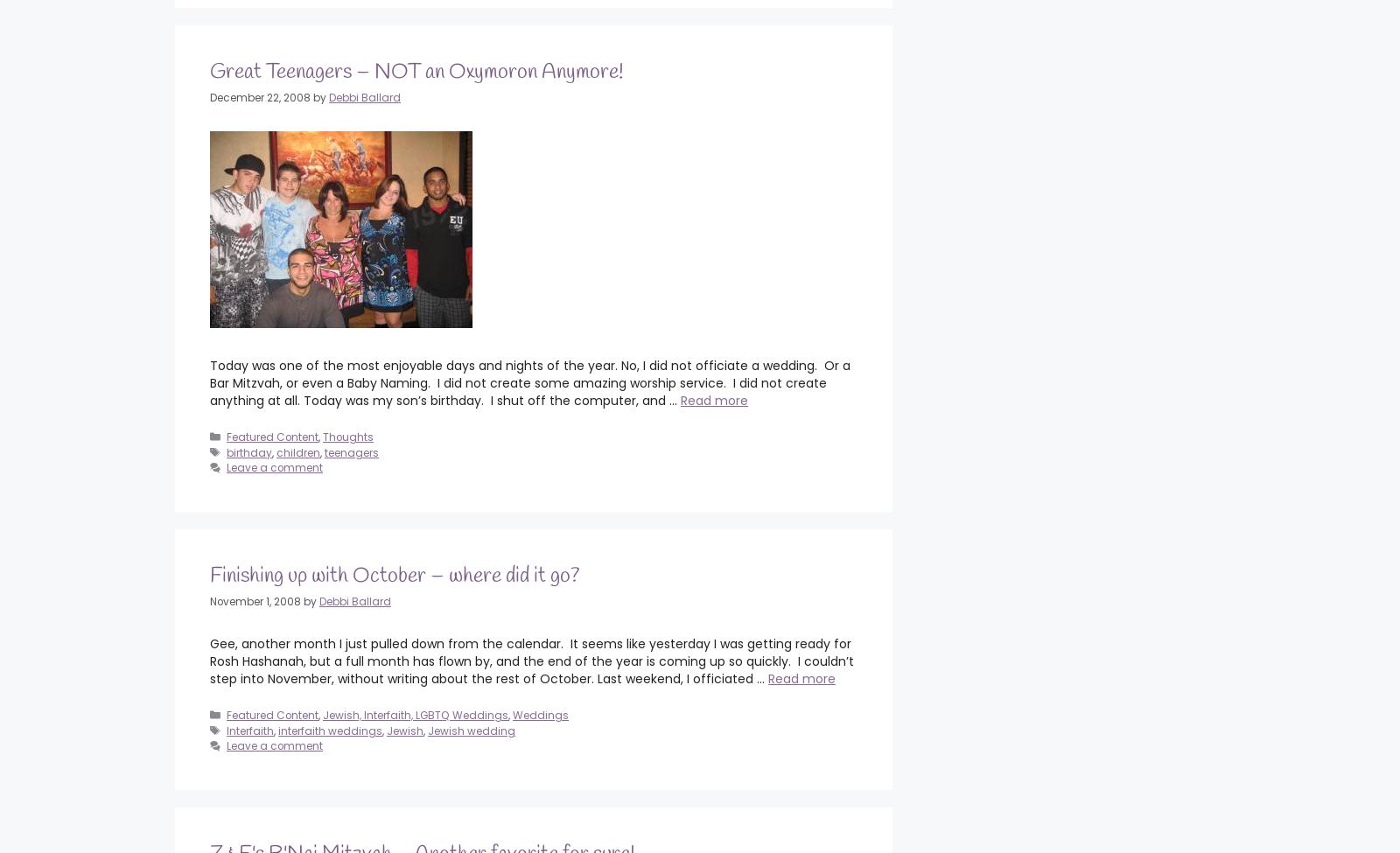  I want to click on 'Weddings', so click(540, 714).